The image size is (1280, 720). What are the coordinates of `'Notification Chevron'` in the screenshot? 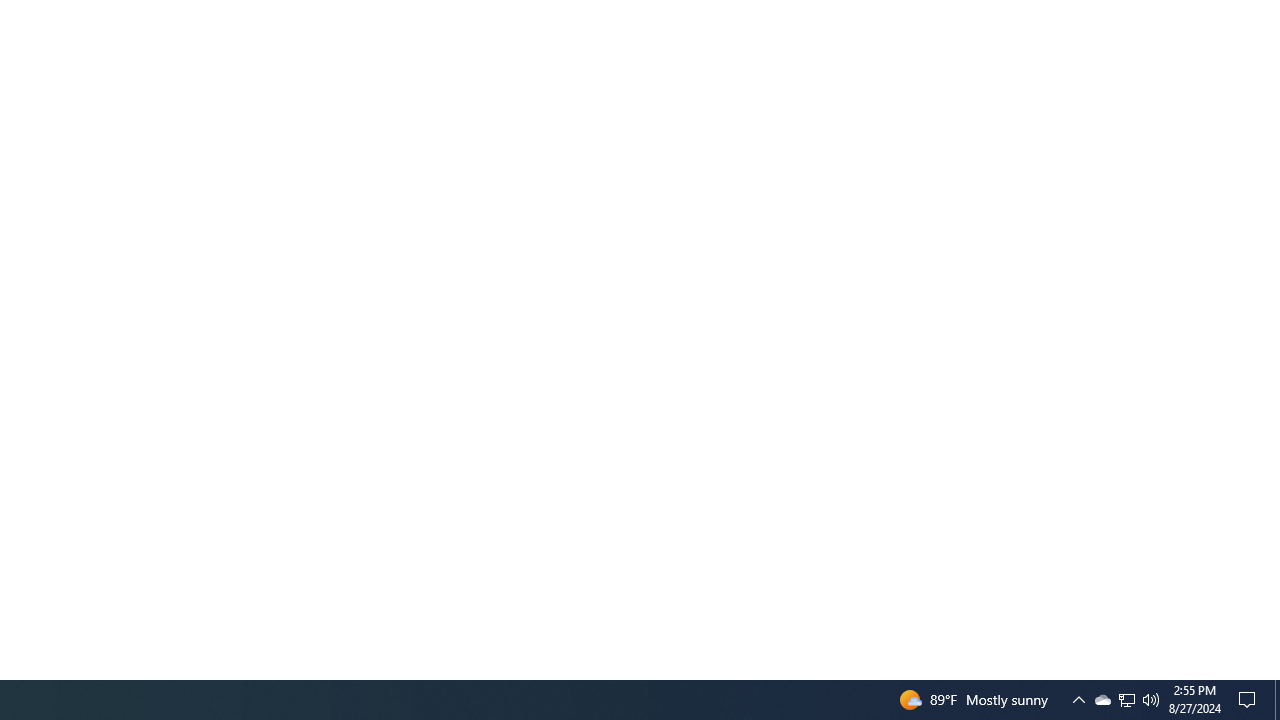 It's located at (1078, 698).